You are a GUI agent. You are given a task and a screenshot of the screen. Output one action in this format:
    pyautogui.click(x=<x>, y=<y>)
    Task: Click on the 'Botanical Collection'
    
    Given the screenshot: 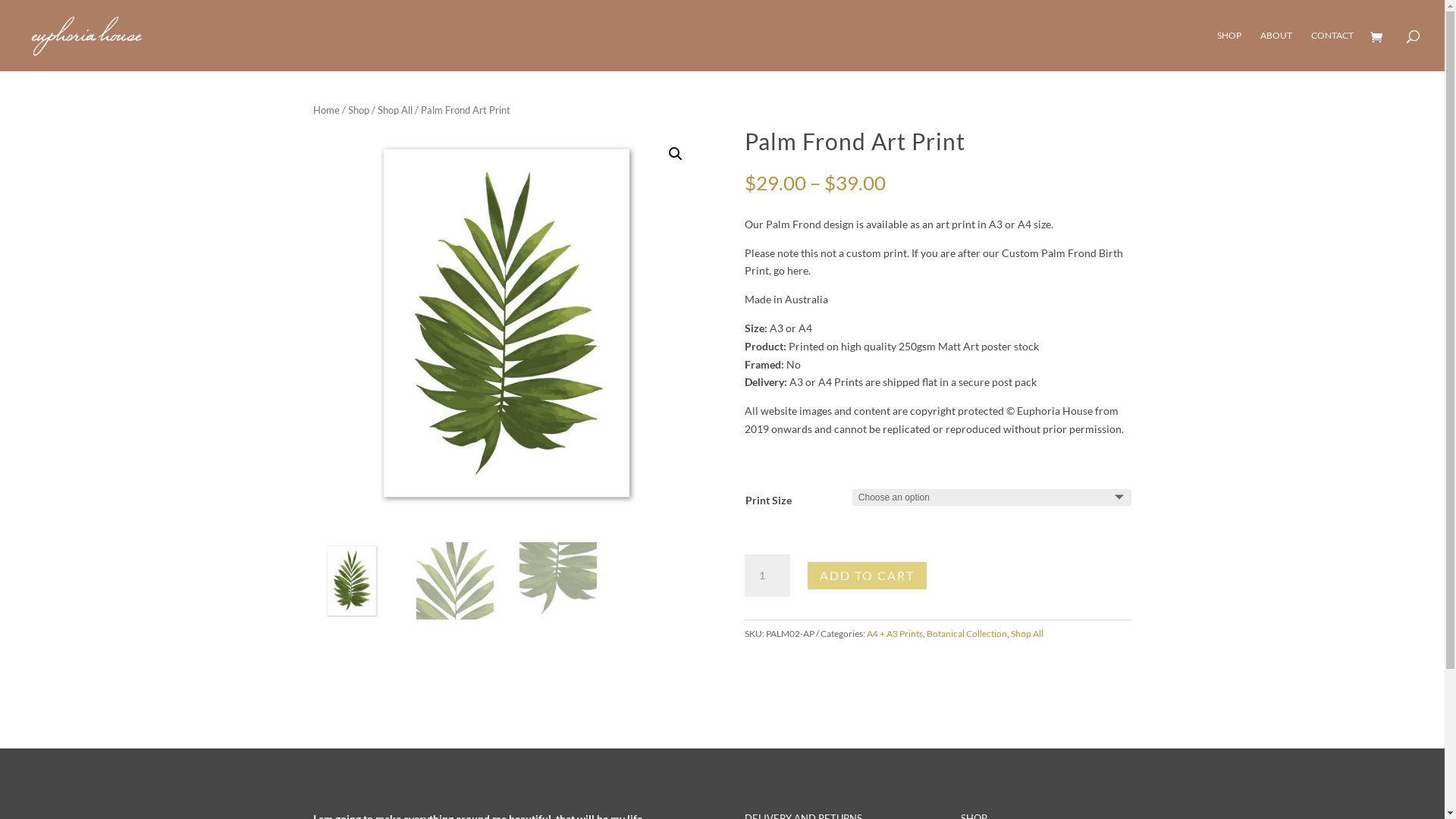 What is the action you would take?
    pyautogui.click(x=966, y=633)
    